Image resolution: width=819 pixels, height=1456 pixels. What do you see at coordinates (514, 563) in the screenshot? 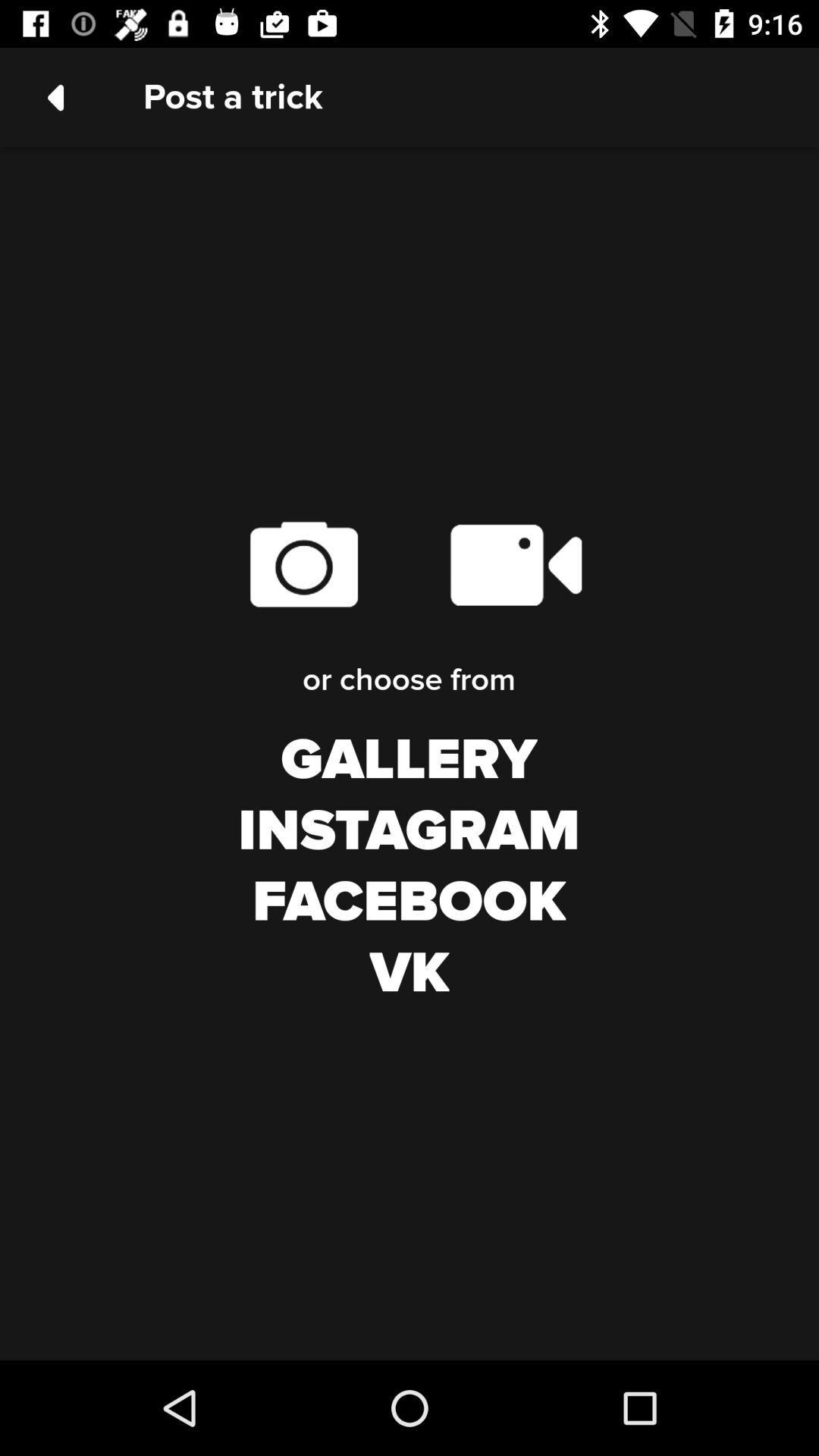
I see `chooses video from phone` at bounding box center [514, 563].